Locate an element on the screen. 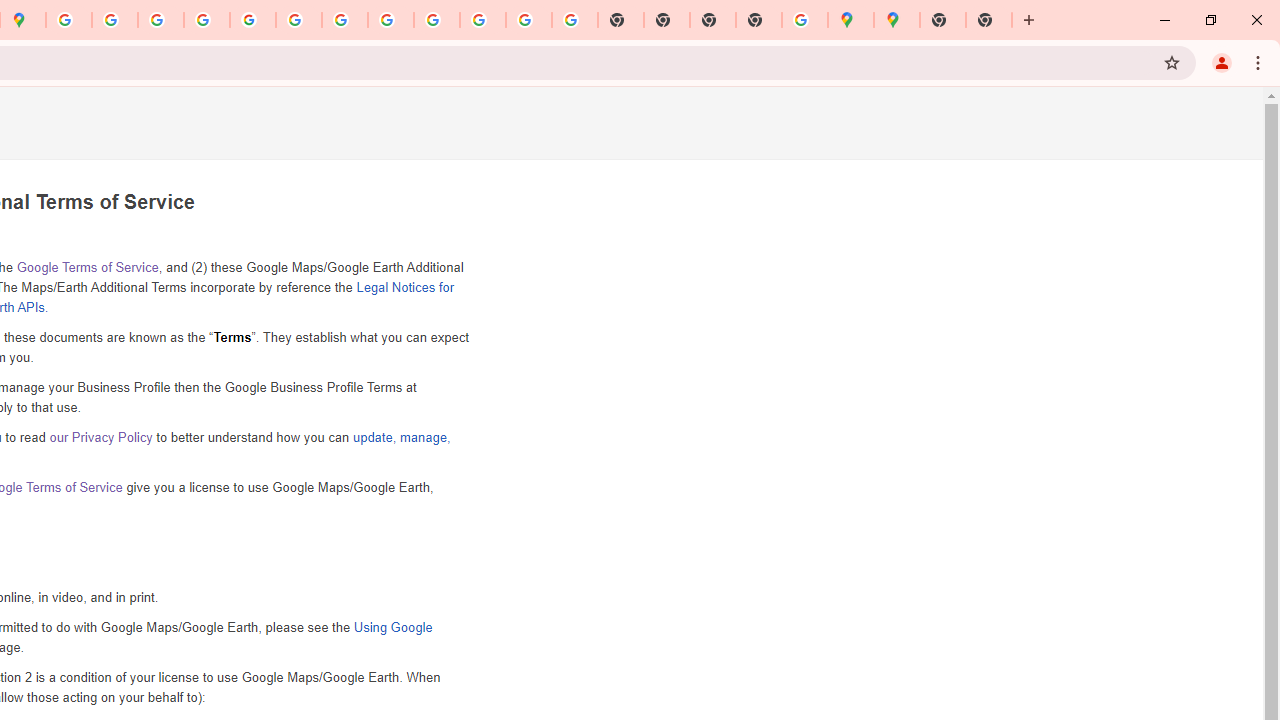  'New Tab' is located at coordinates (989, 20).